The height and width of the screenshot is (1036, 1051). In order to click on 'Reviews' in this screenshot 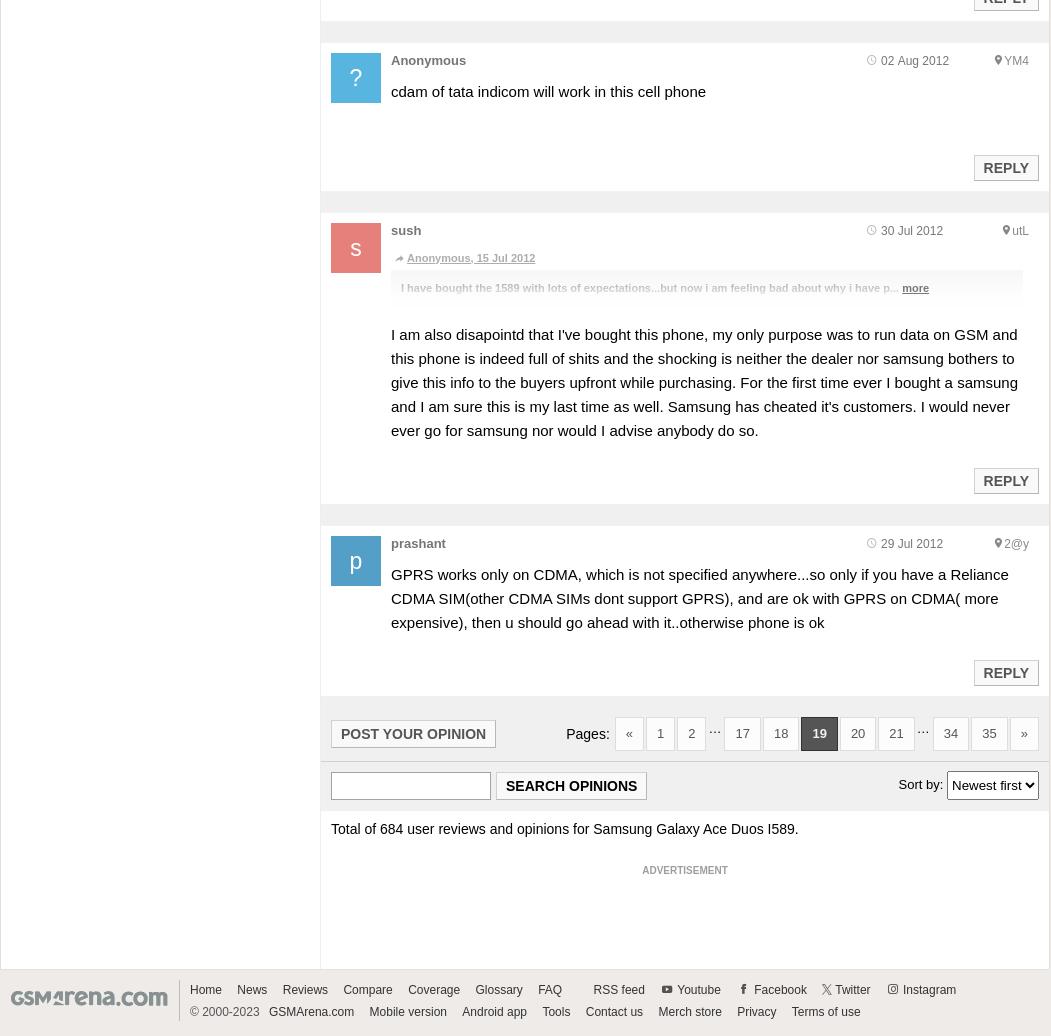, I will do `click(304, 988)`.